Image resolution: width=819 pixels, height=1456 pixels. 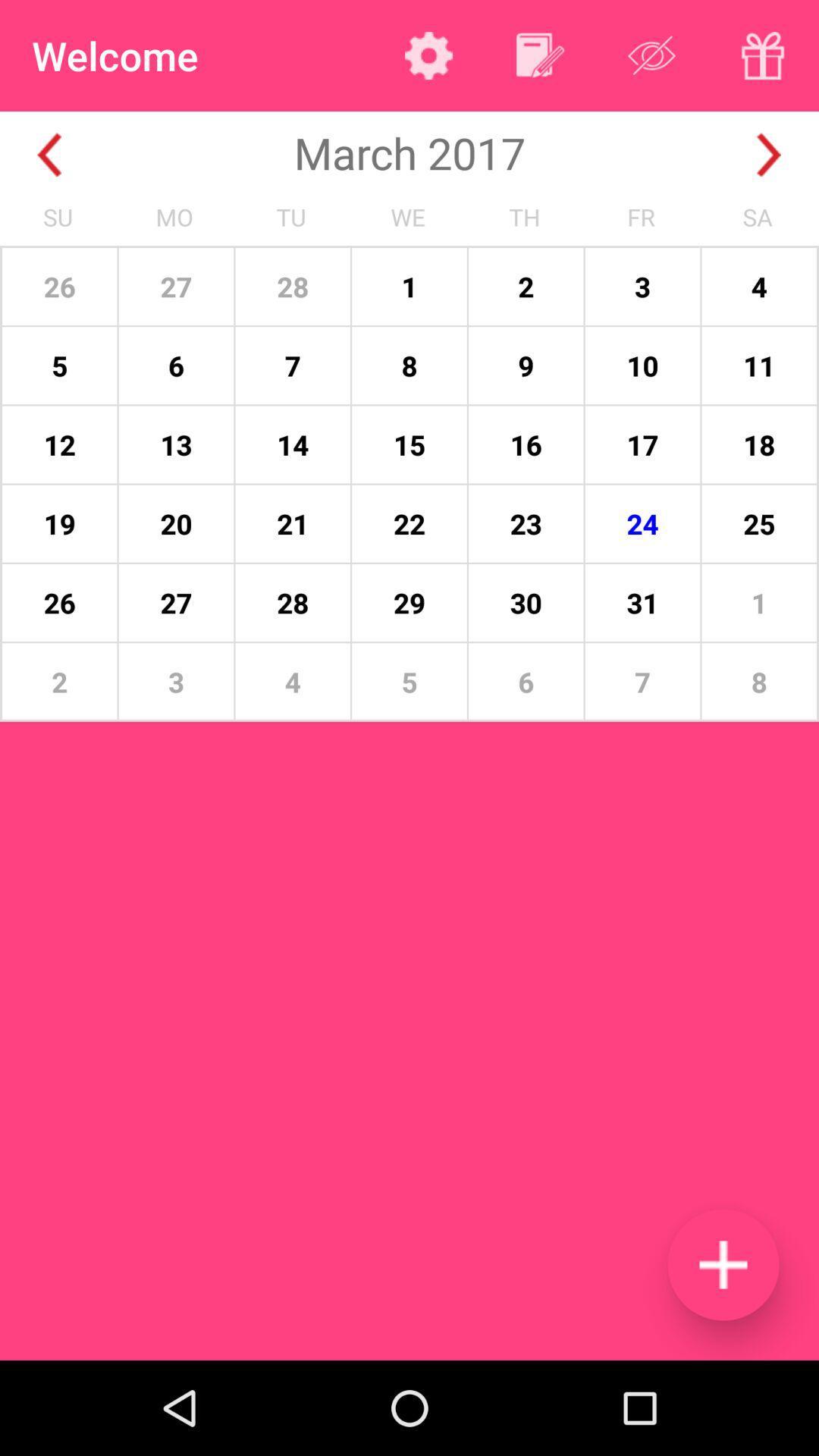 I want to click on previous, so click(x=49, y=155).